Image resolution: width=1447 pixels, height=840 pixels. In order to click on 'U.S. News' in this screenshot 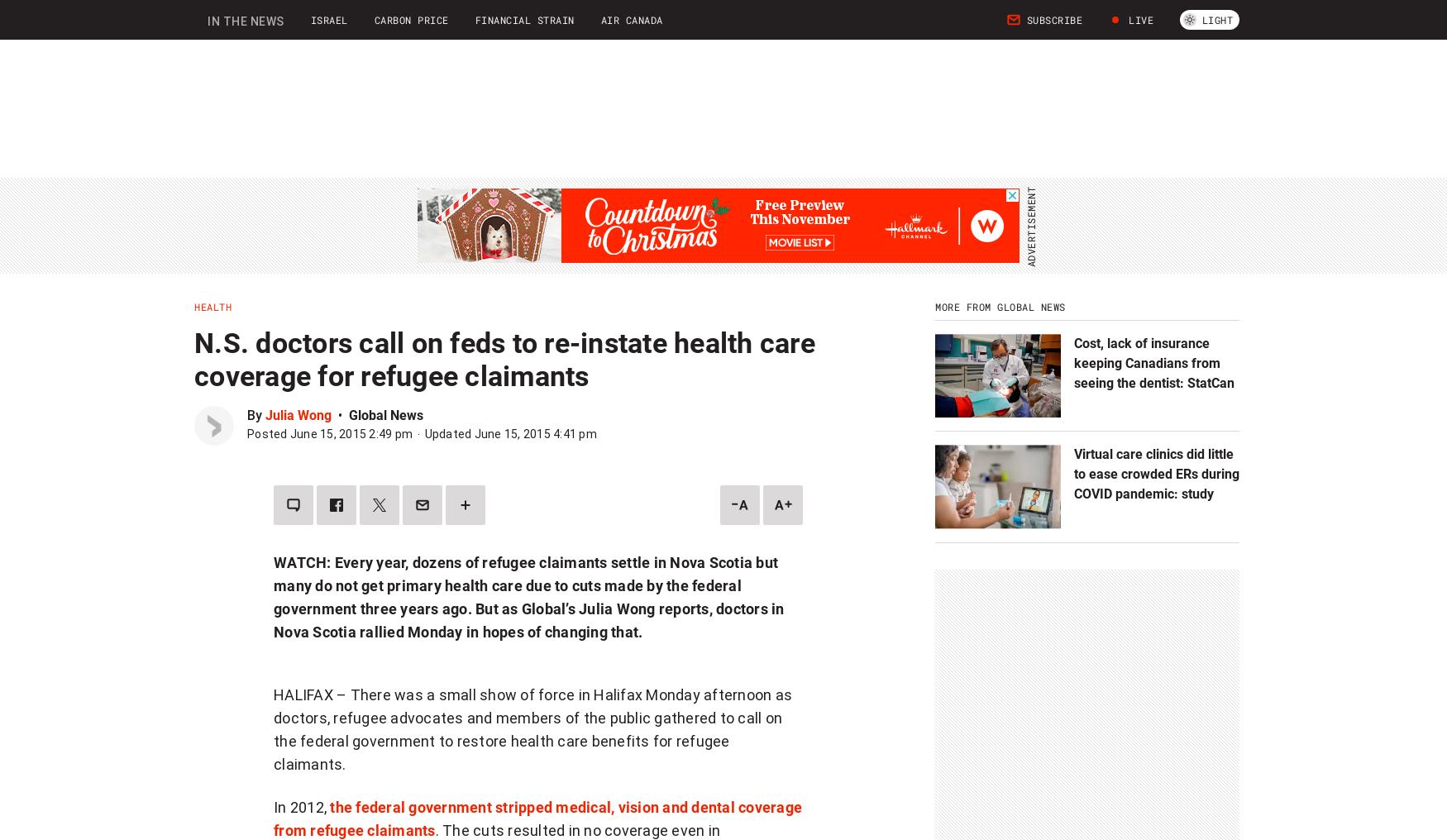, I will do `click(563, 27)`.